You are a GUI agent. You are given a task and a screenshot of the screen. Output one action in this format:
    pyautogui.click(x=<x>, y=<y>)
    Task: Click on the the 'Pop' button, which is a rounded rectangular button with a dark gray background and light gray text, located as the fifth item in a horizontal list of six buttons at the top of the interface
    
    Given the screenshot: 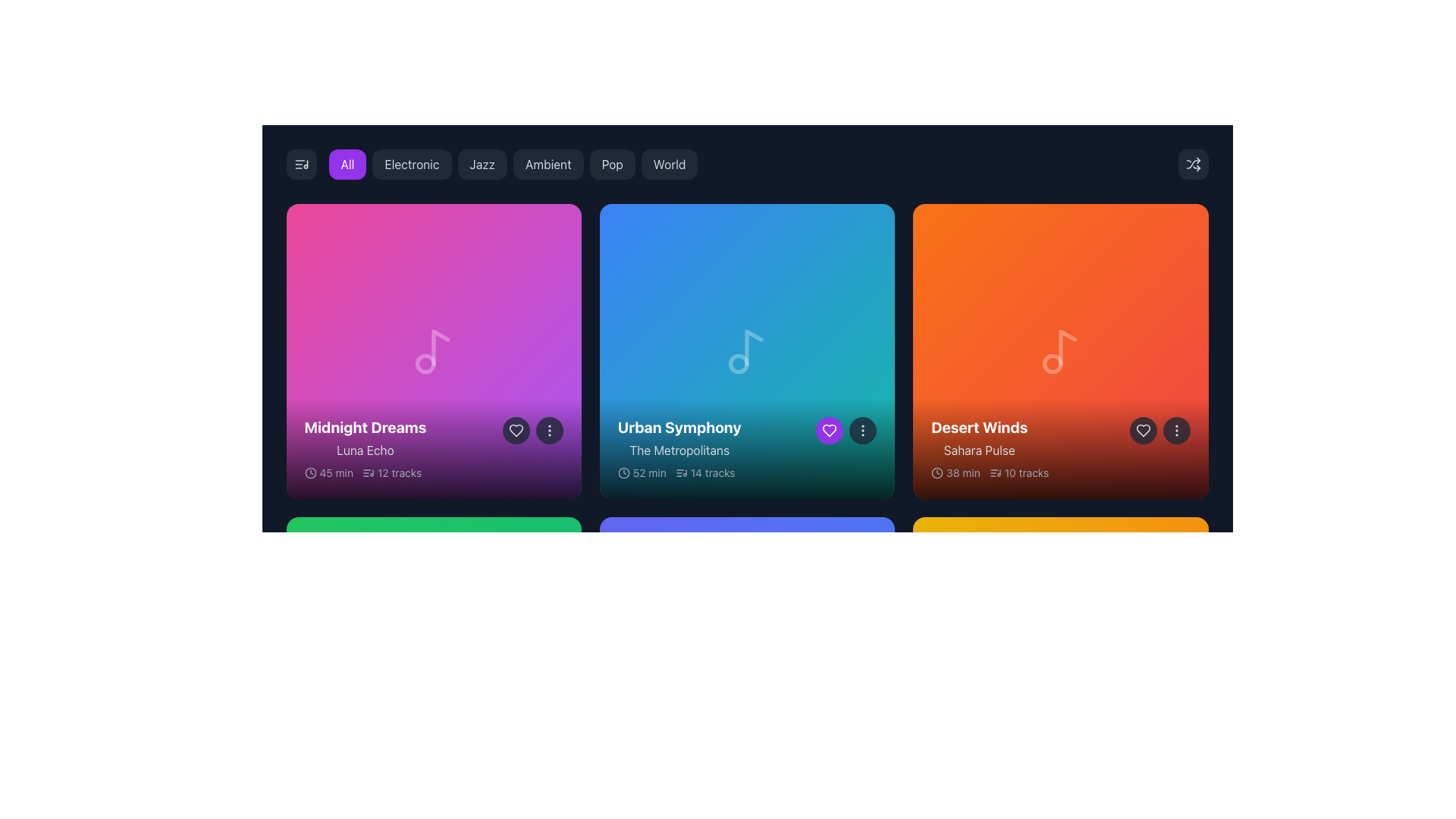 What is the action you would take?
    pyautogui.click(x=612, y=164)
    